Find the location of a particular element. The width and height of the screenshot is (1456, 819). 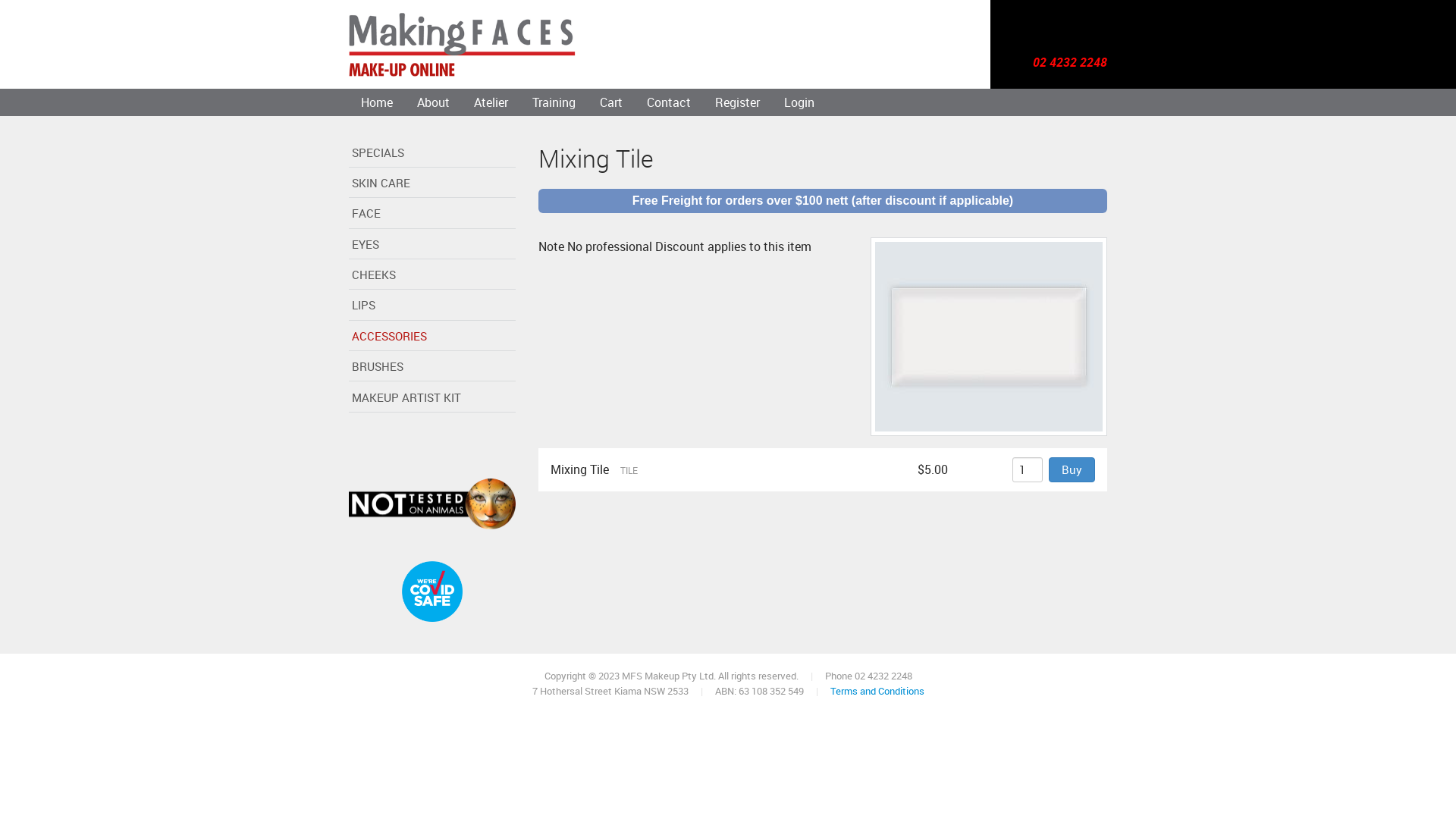

'Login' is located at coordinates (799, 102).